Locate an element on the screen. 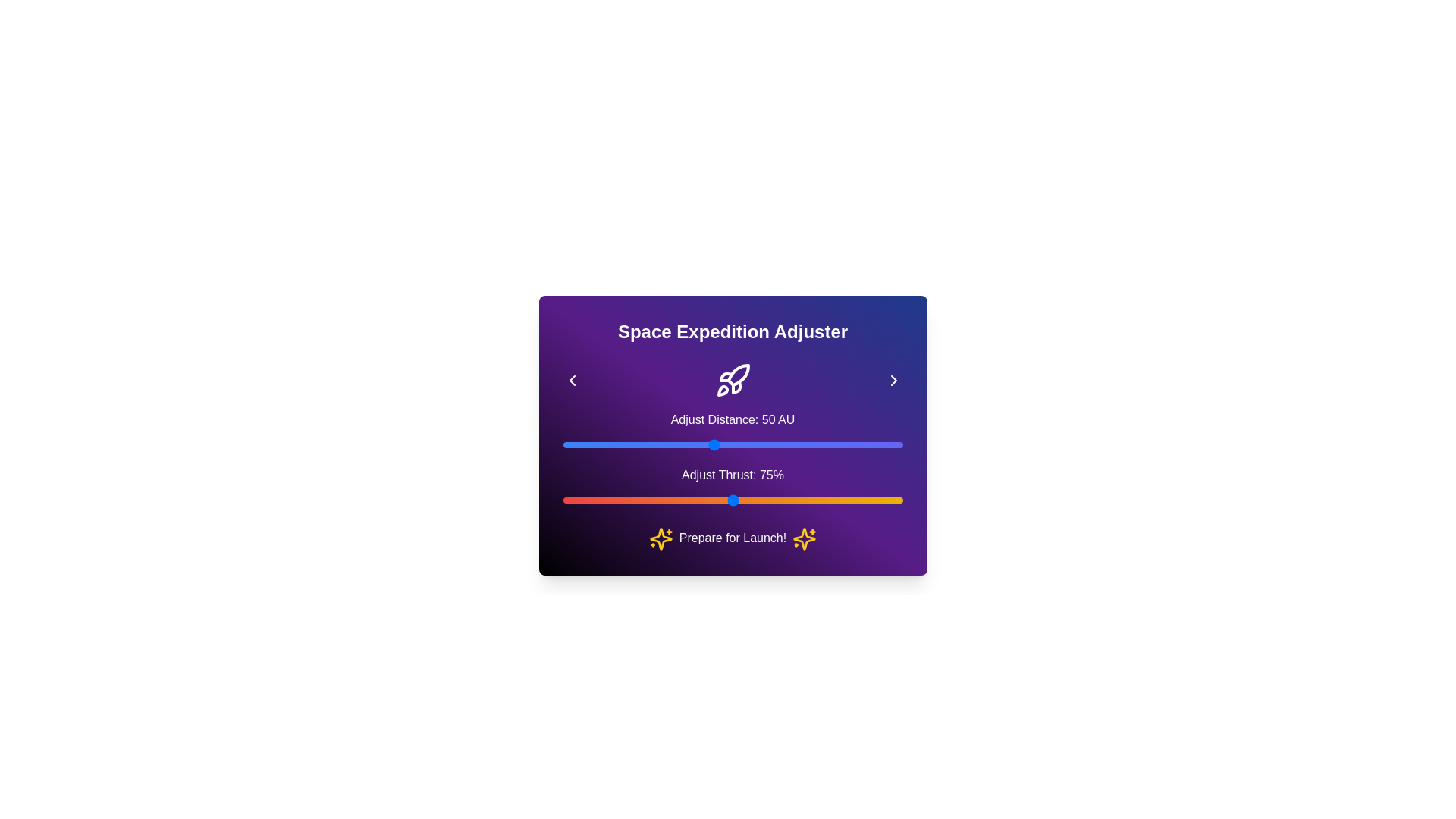 This screenshot has width=1456, height=819. the distance slider to 54 AU is located at coordinates (729, 444).